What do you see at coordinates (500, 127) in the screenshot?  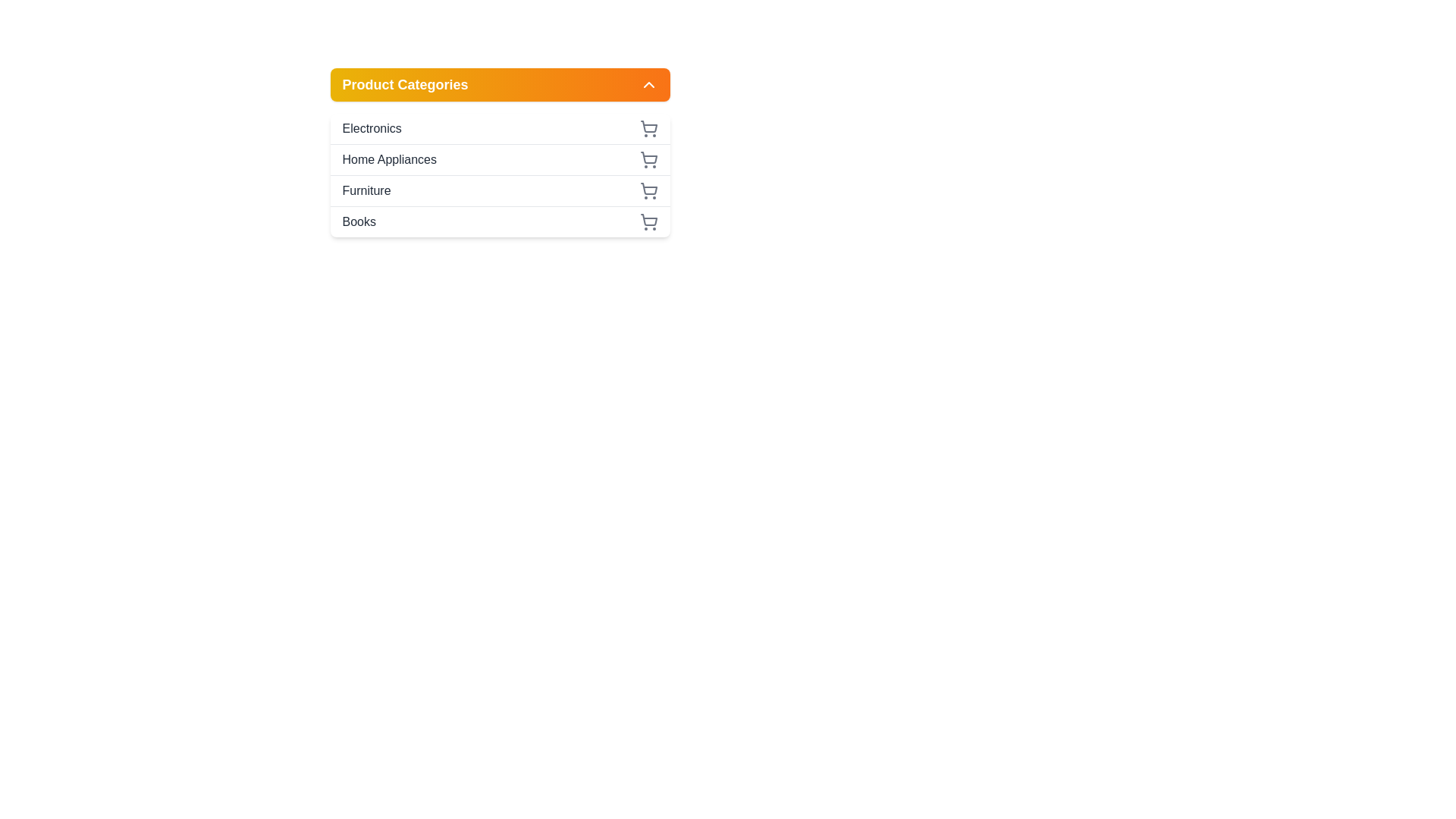 I see `the first list item labeled 'Electronics' in the 'Product Categories' section to interact with the category` at bounding box center [500, 127].